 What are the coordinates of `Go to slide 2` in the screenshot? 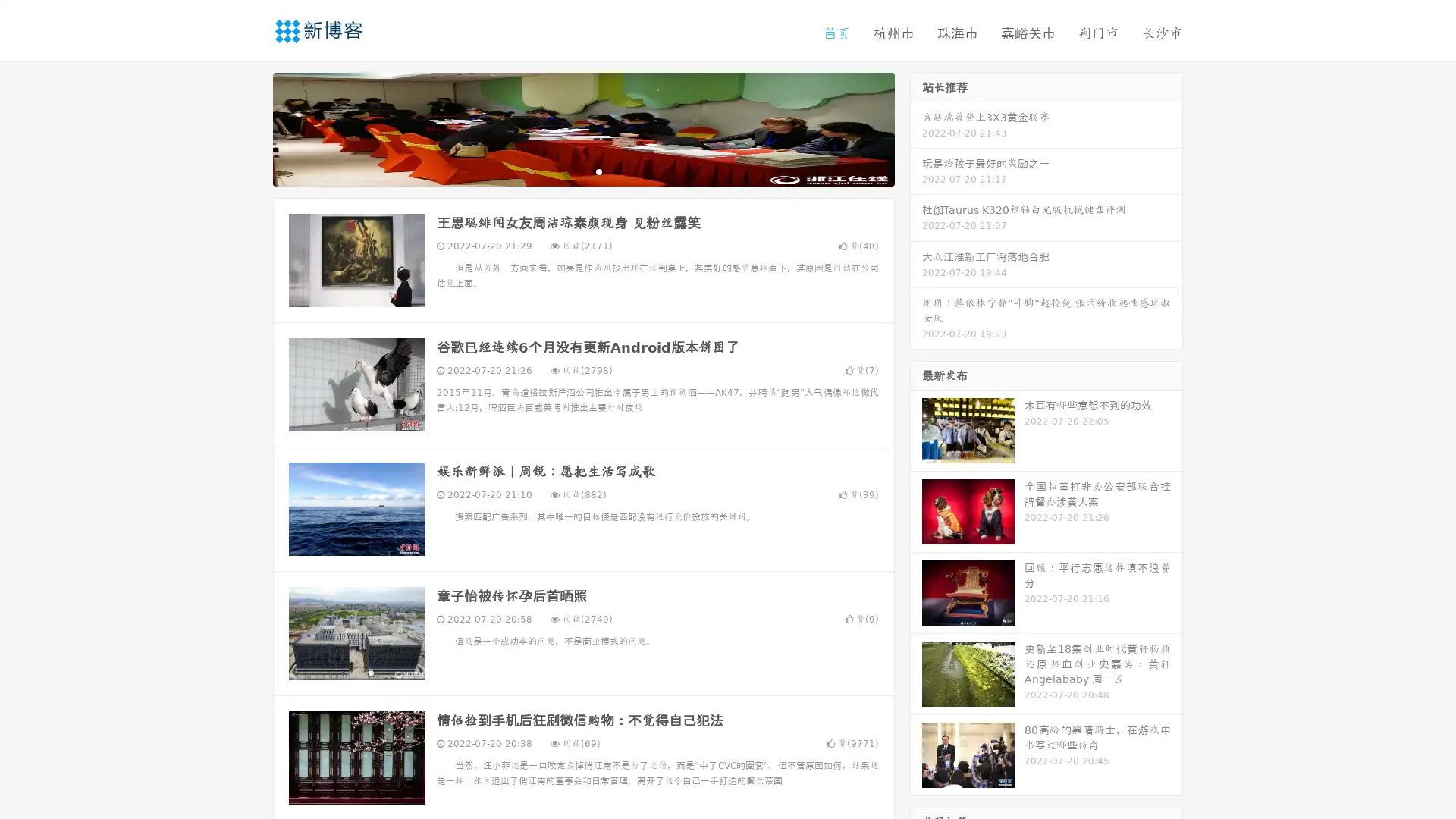 It's located at (582, 171).